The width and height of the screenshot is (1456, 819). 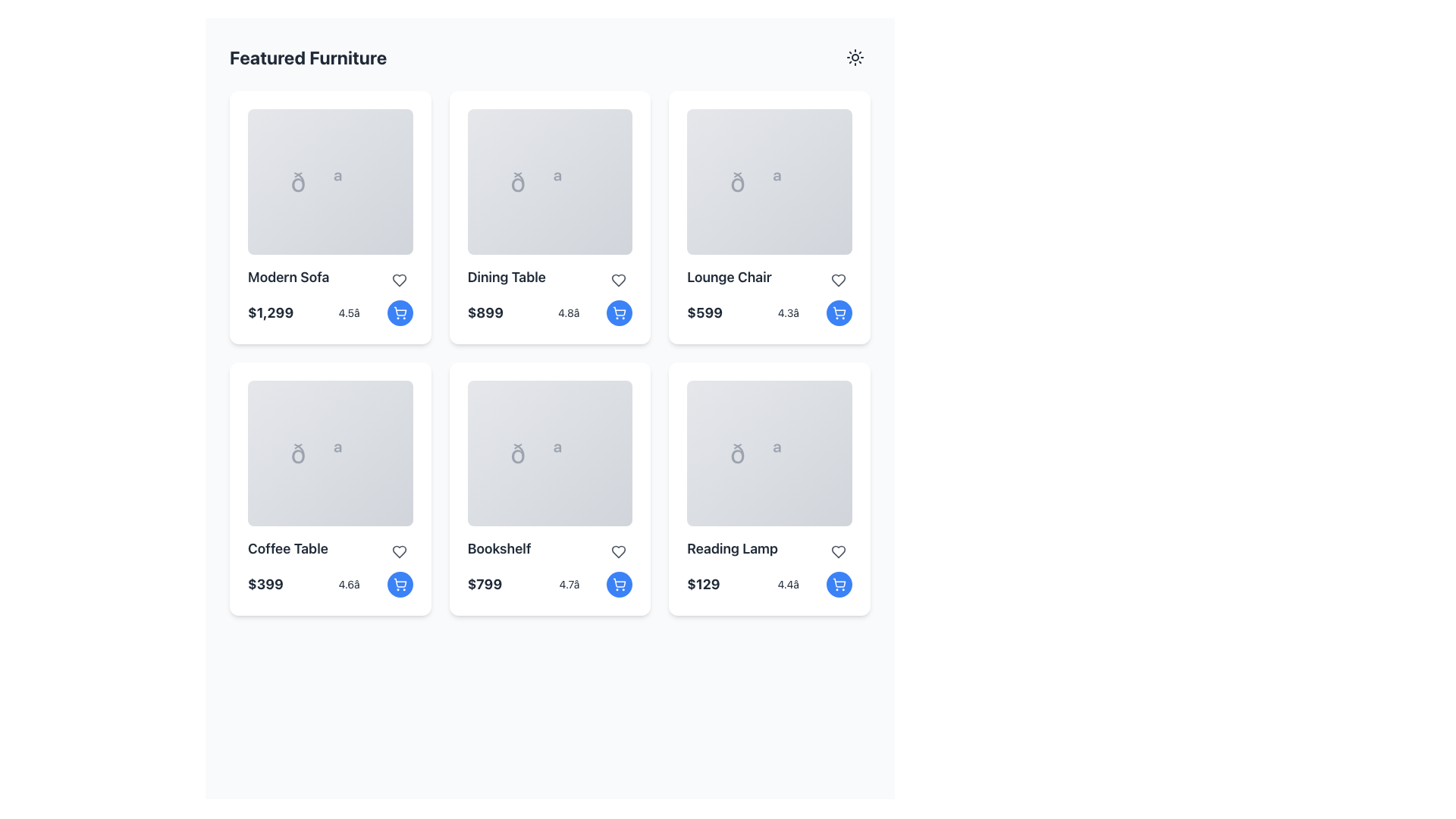 I want to click on the decorative icon representing the 'Reading Lamp' item located in the bottom-right card of the grid, so click(x=770, y=452).